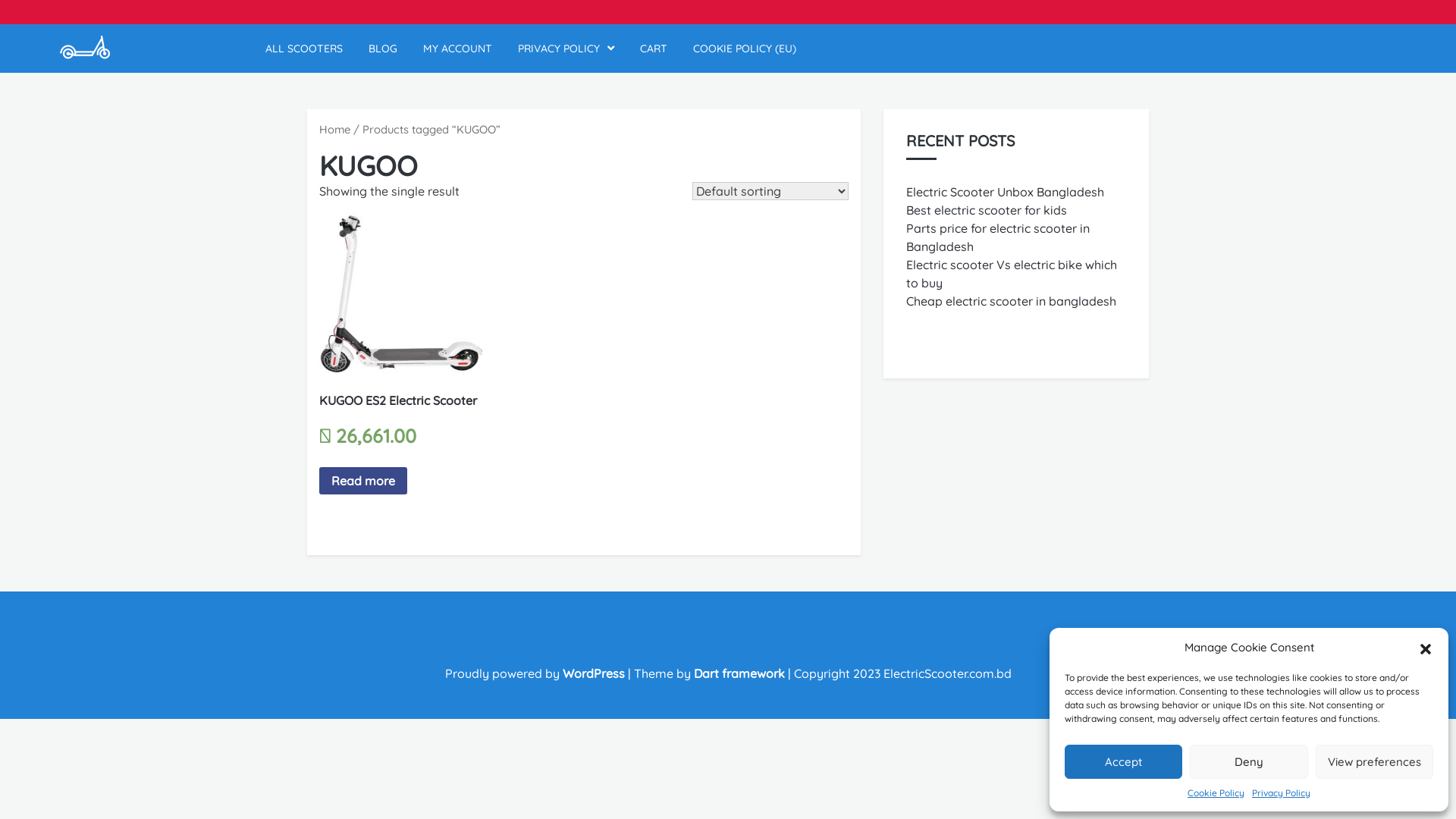 The image size is (1456, 819). I want to click on 'Deny', so click(1248, 761).